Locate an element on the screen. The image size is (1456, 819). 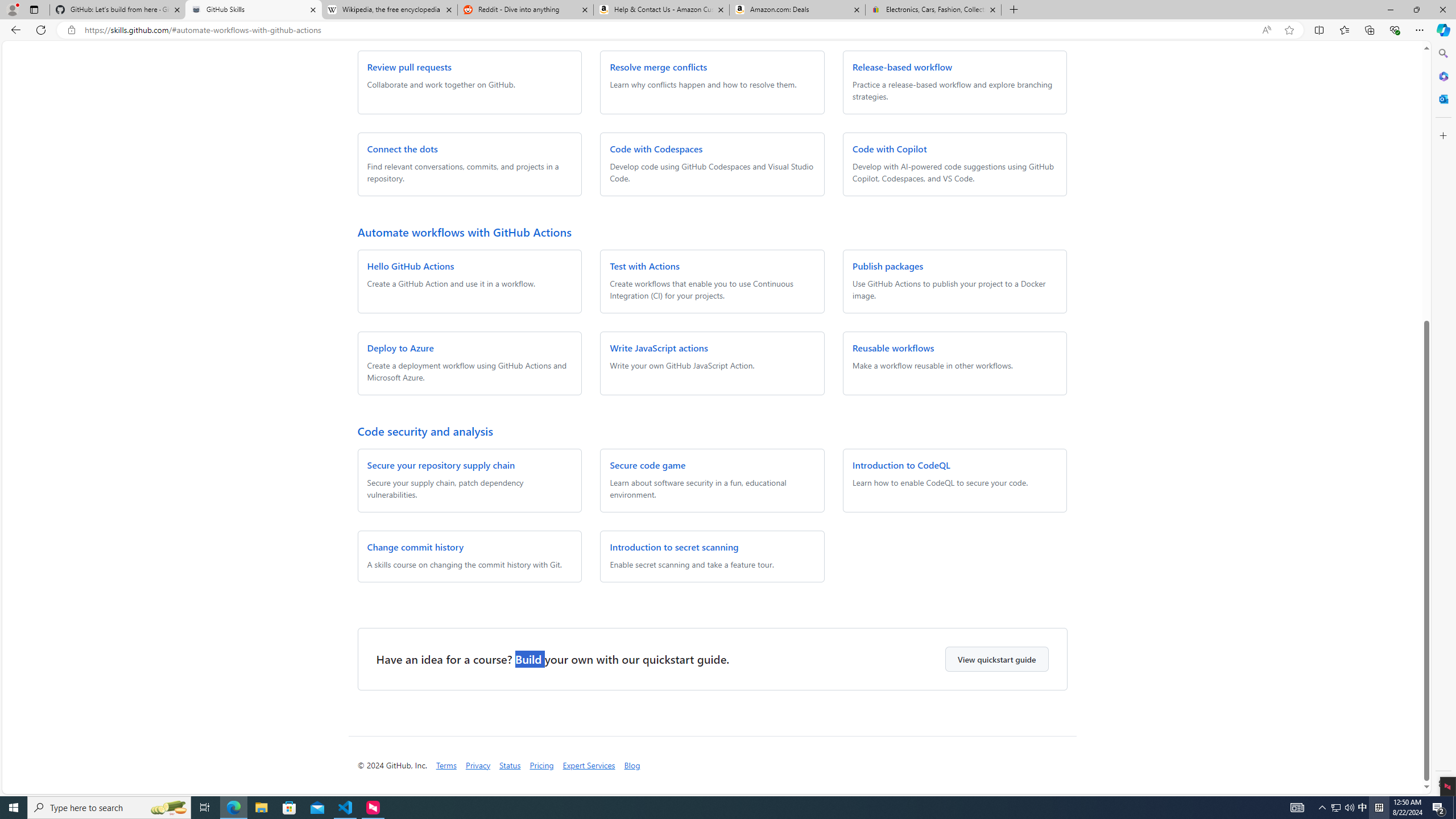
'Automate workflows with GitHub Actions' is located at coordinates (464, 231).